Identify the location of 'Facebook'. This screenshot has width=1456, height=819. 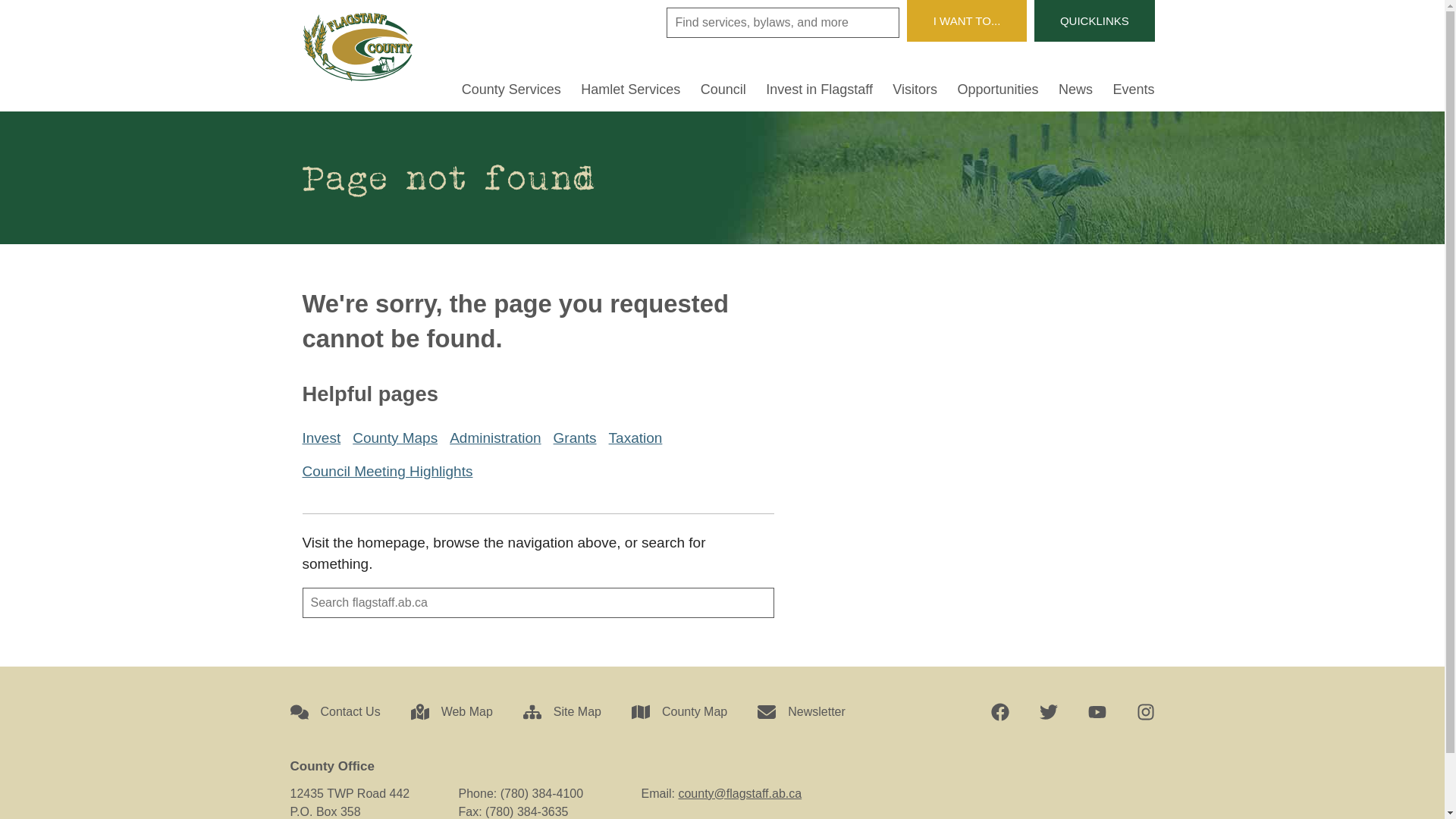
(999, 711).